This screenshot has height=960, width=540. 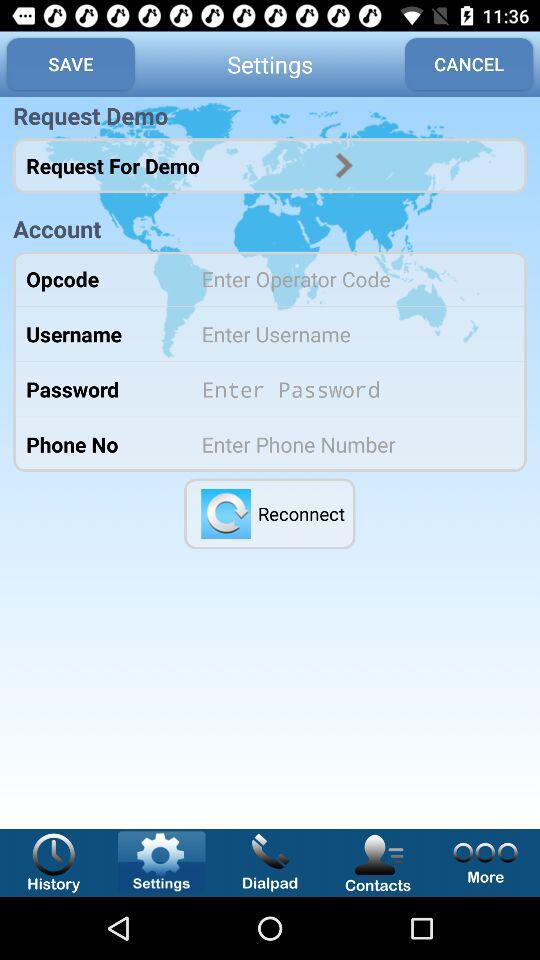 I want to click on press request for demo, so click(x=343, y=164).